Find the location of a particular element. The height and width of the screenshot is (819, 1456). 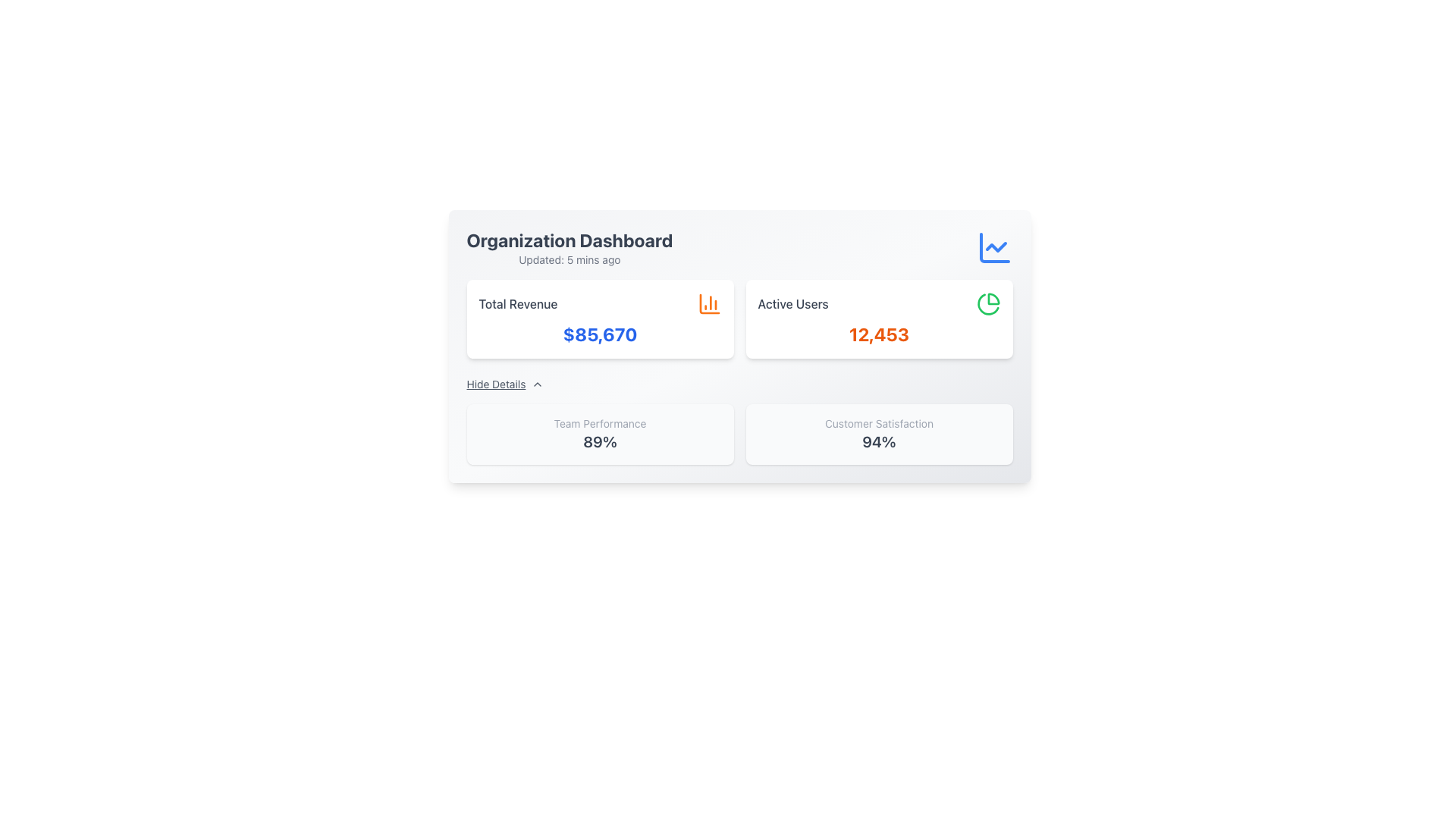

the static text label displaying 'Customer Satisfaction', which is styled in gray and positioned above the percentage value in a light gray card is located at coordinates (879, 424).